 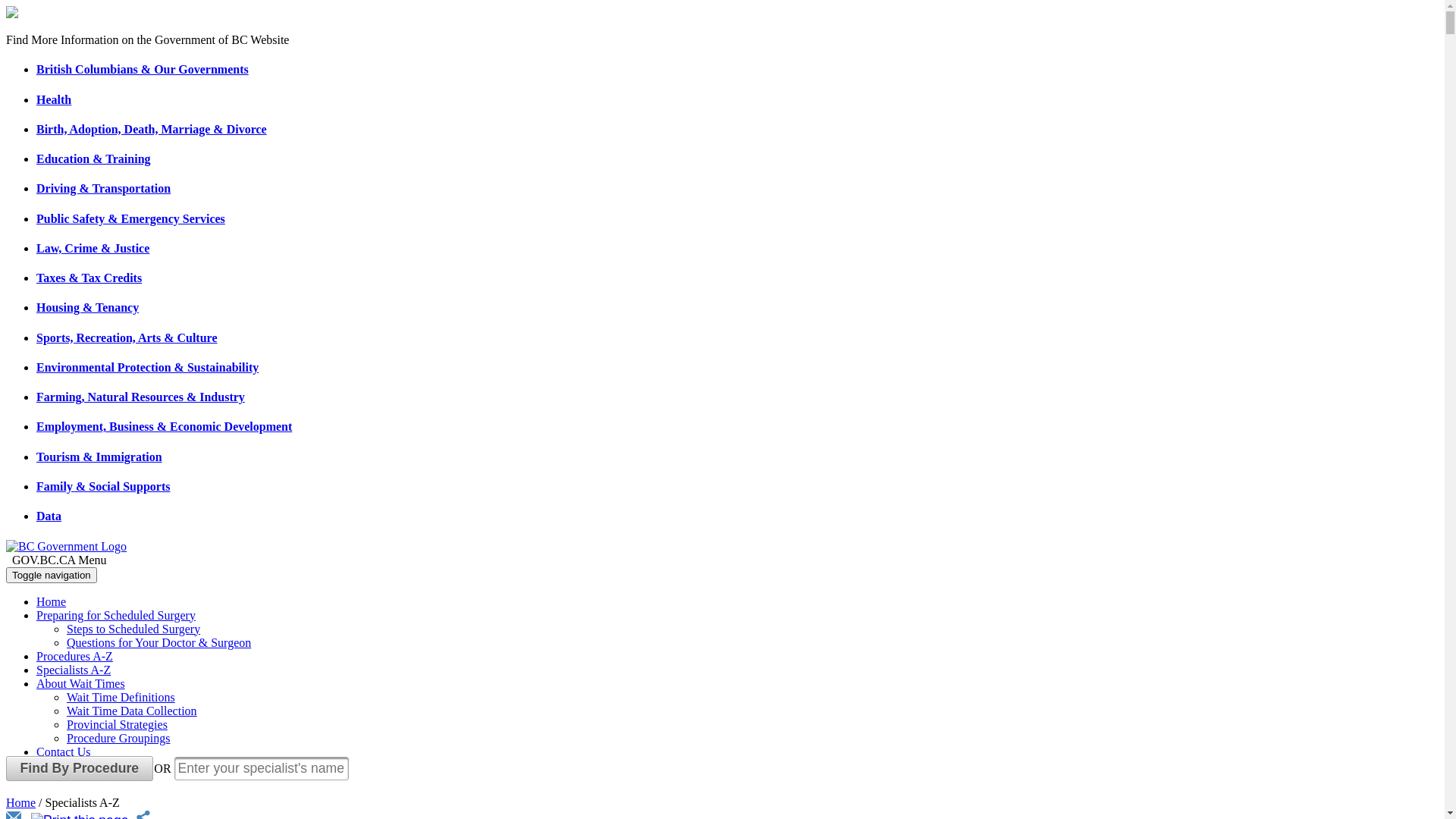 I want to click on 'Family & Social Supports', so click(x=36, y=486).